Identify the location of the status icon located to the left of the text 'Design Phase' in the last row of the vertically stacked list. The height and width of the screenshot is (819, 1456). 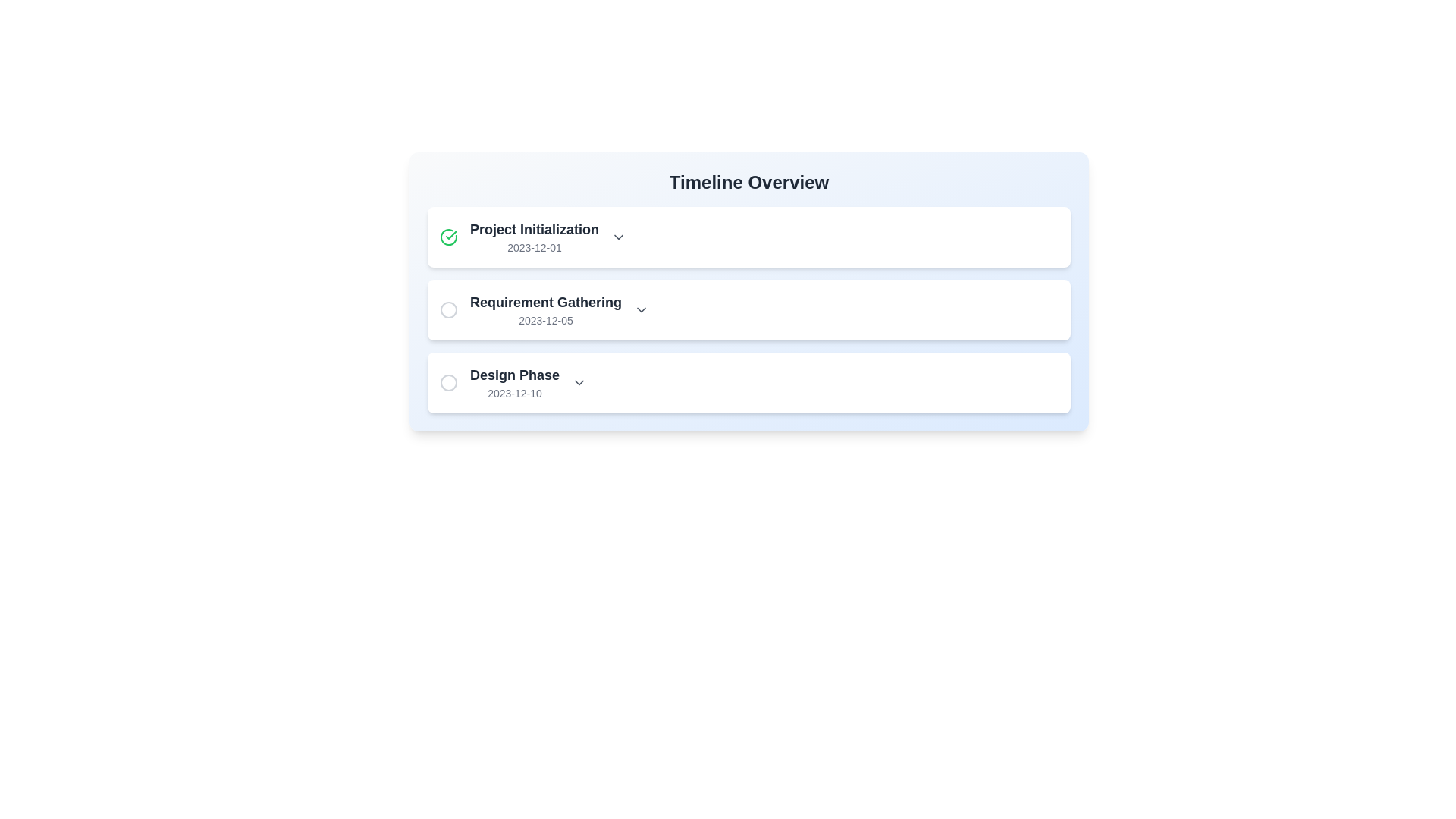
(447, 382).